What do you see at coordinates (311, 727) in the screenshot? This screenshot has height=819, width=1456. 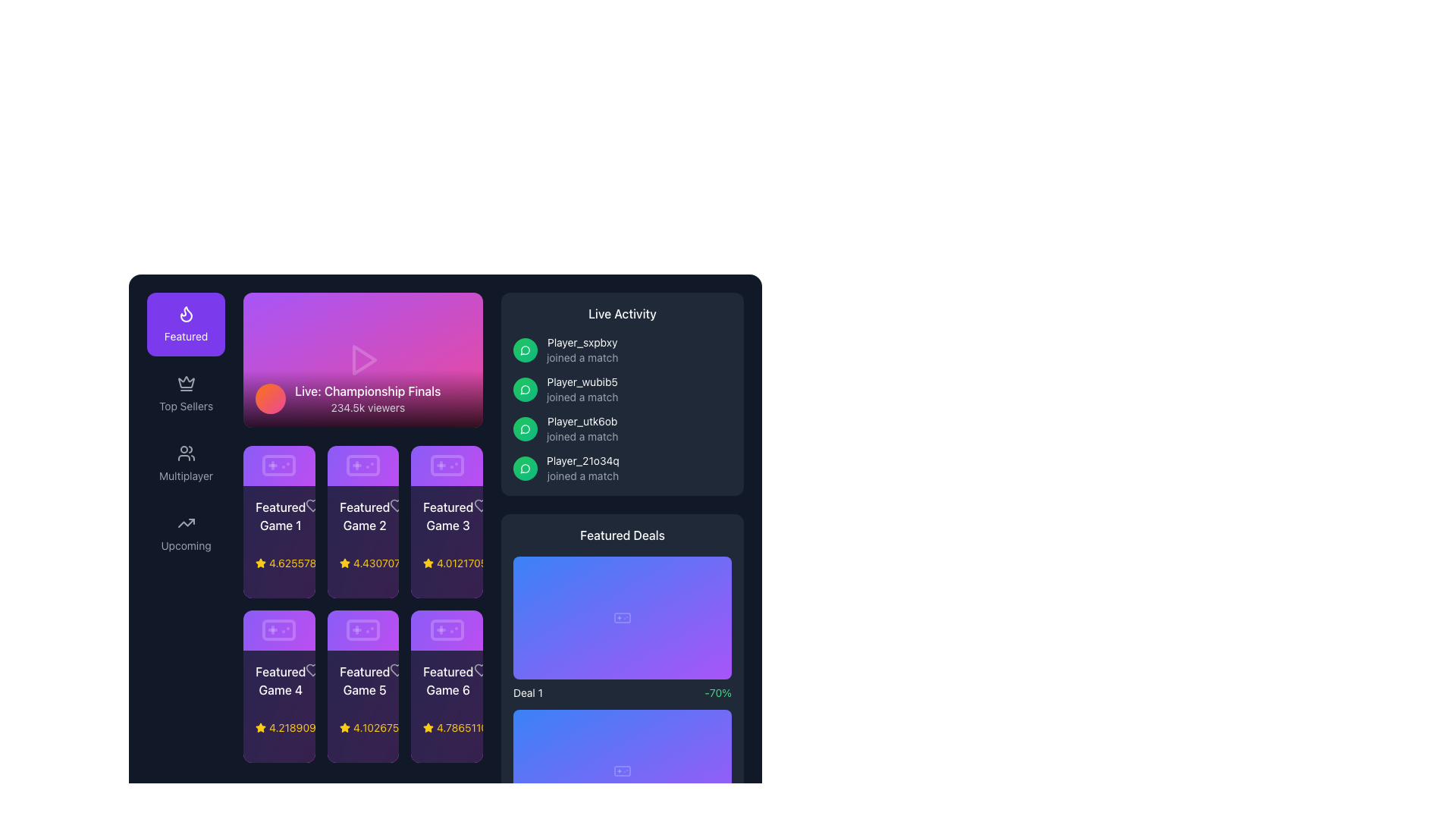 I see `the Rating display component, which features a gold star icon and the rating text '4.21890975809909' in yellow, small font size, located beneath the 'Featured Game 4' card` at bounding box center [311, 727].